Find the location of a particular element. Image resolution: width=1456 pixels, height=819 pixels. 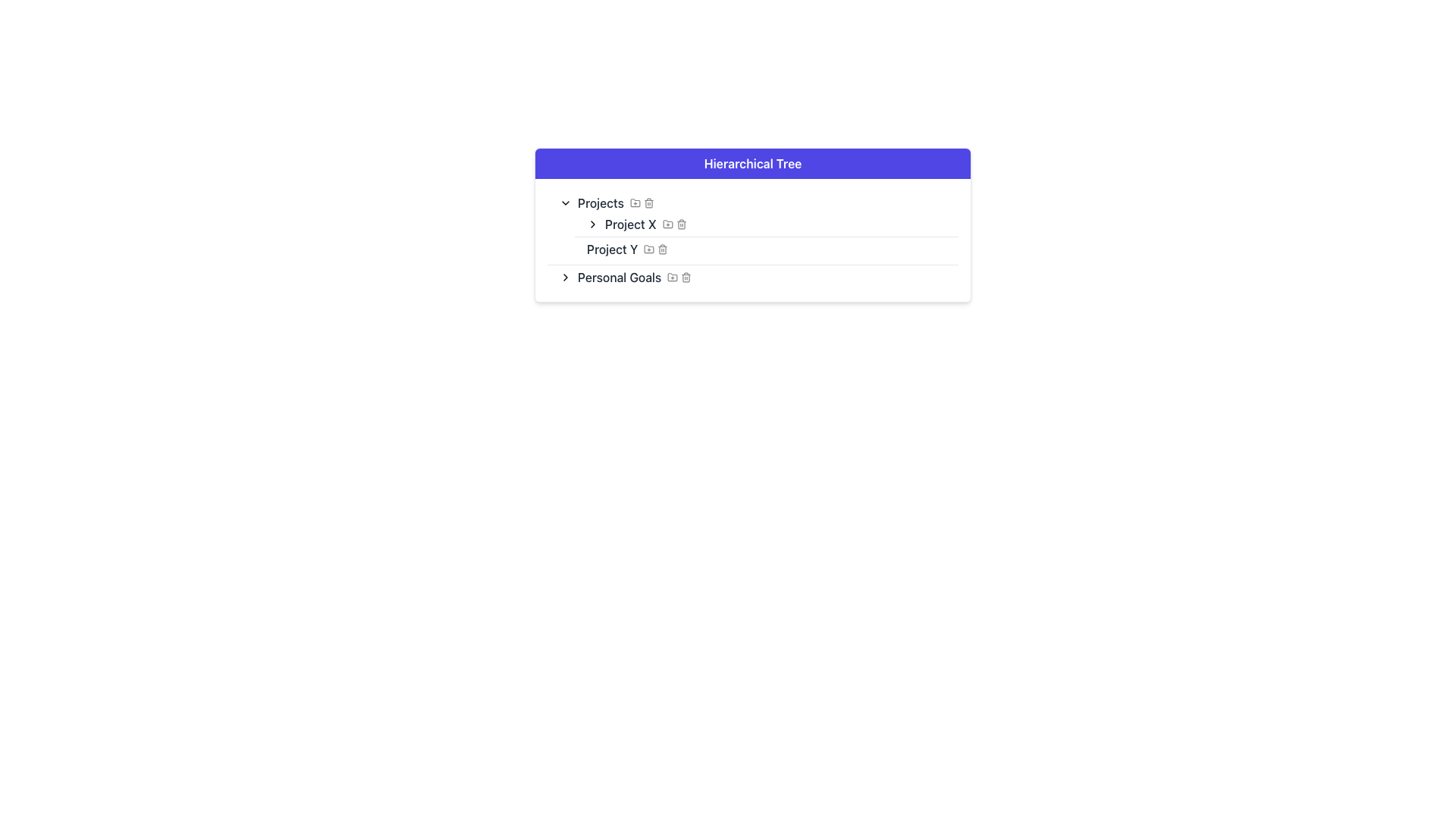

the folder icon with a plus symbol located next to the 'Project Y' label is located at coordinates (649, 248).